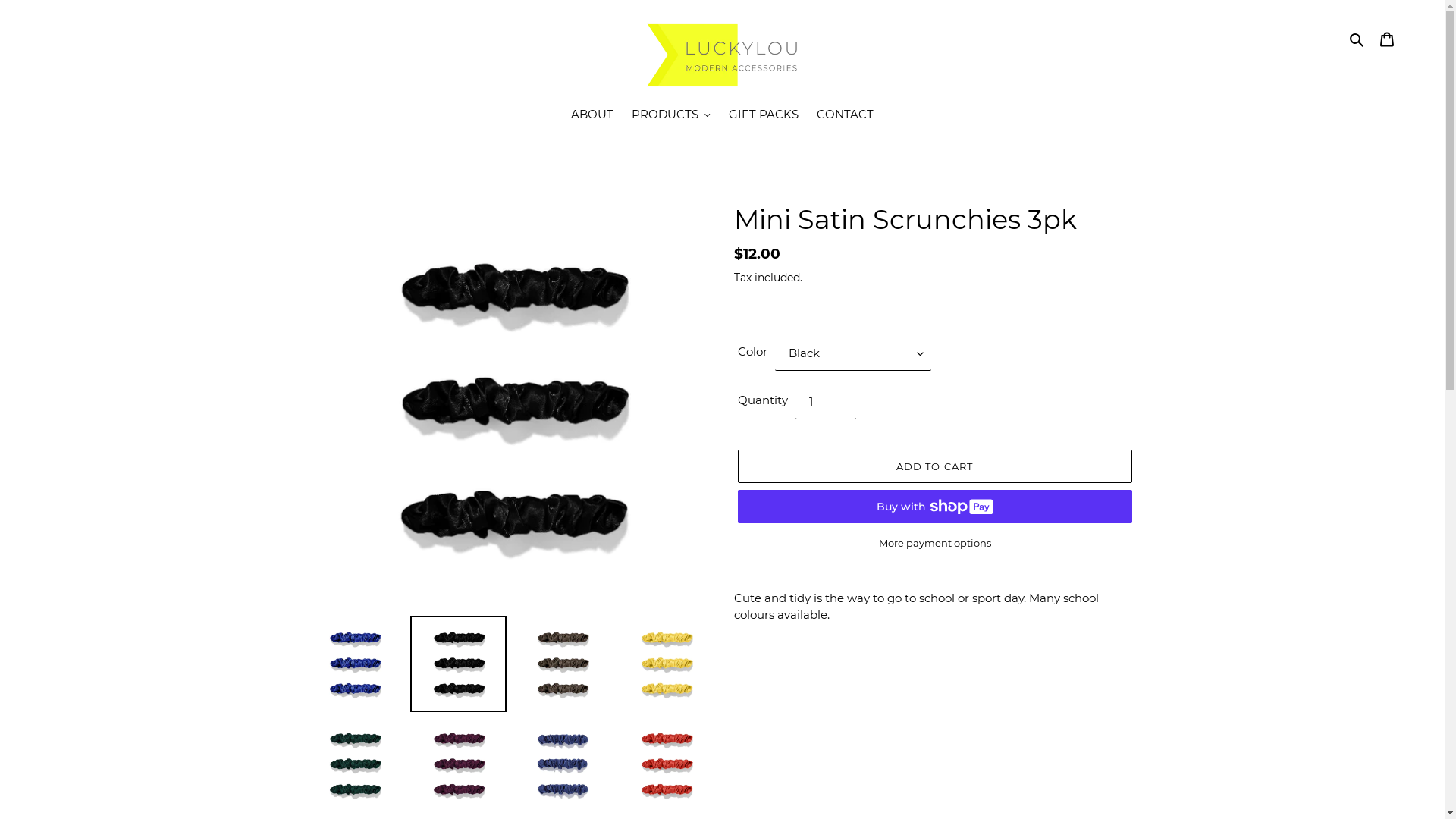 The image size is (1456, 819). What do you see at coordinates (1386, 38) in the screenshot?
I see `'Cart'` at bounding box center [1386, 38].